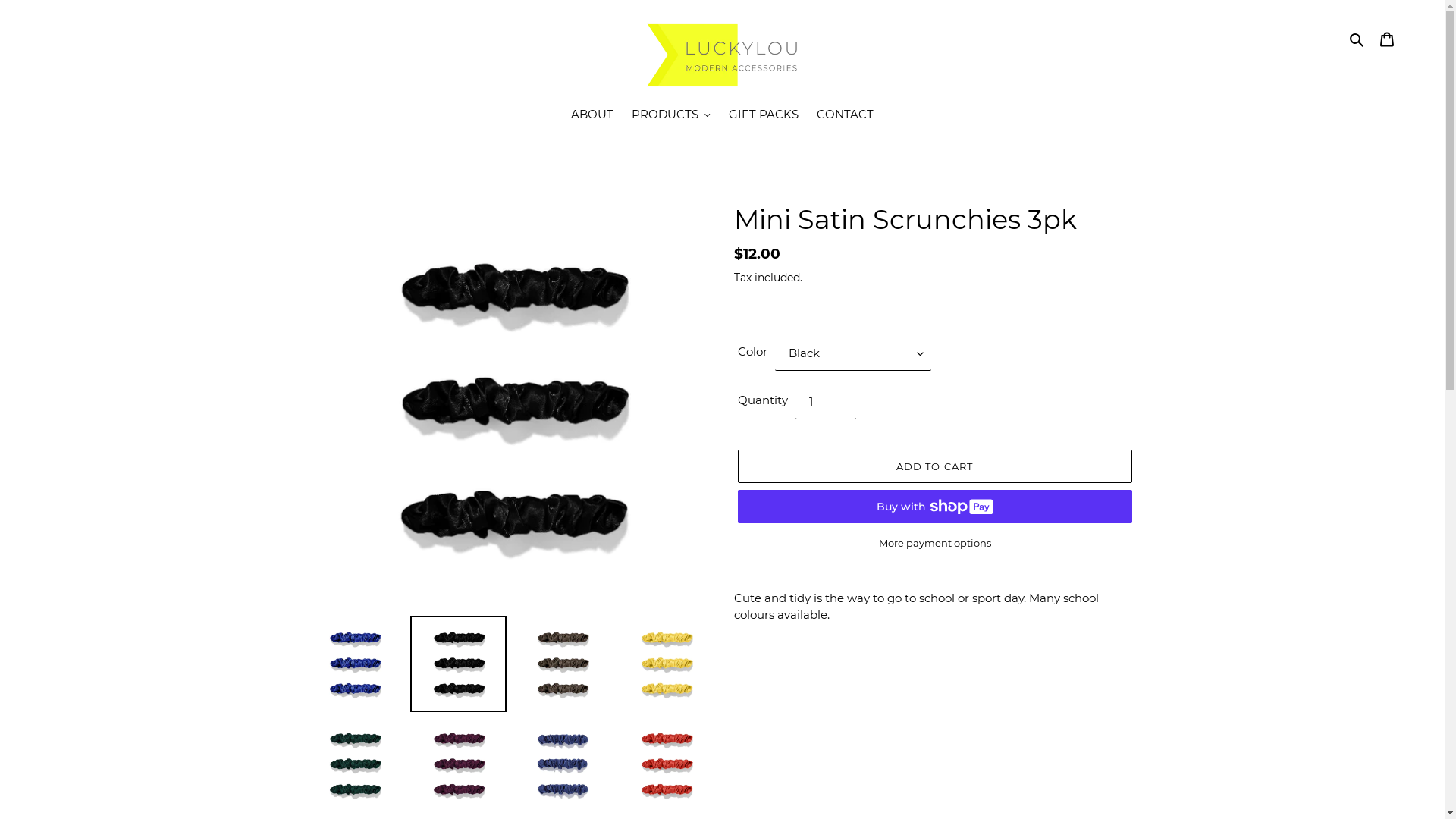 The image size is (1456, 819). What do you see at coordinates (1386, 38) in the screenshot?
I see `'Cart'` at bounding box center [1386, 38].